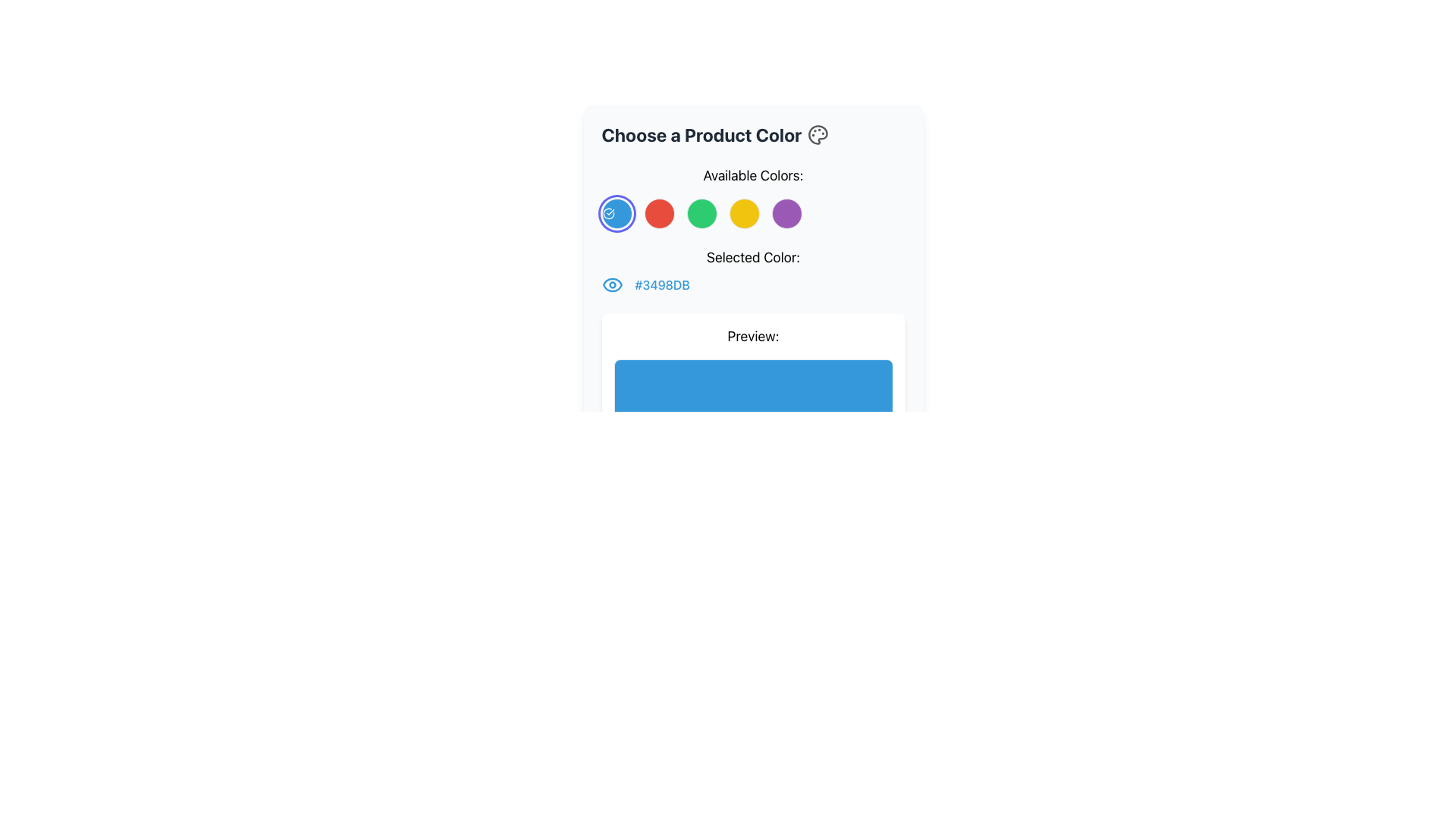 The height and width of the screenshot is (819, 1456). What do you see at coordinates (753, 213) in the screenshot?
I see `the fourth yellow circular button in the row of selectable color options under 'Available Colors:'` at bounding box center [753, 213].